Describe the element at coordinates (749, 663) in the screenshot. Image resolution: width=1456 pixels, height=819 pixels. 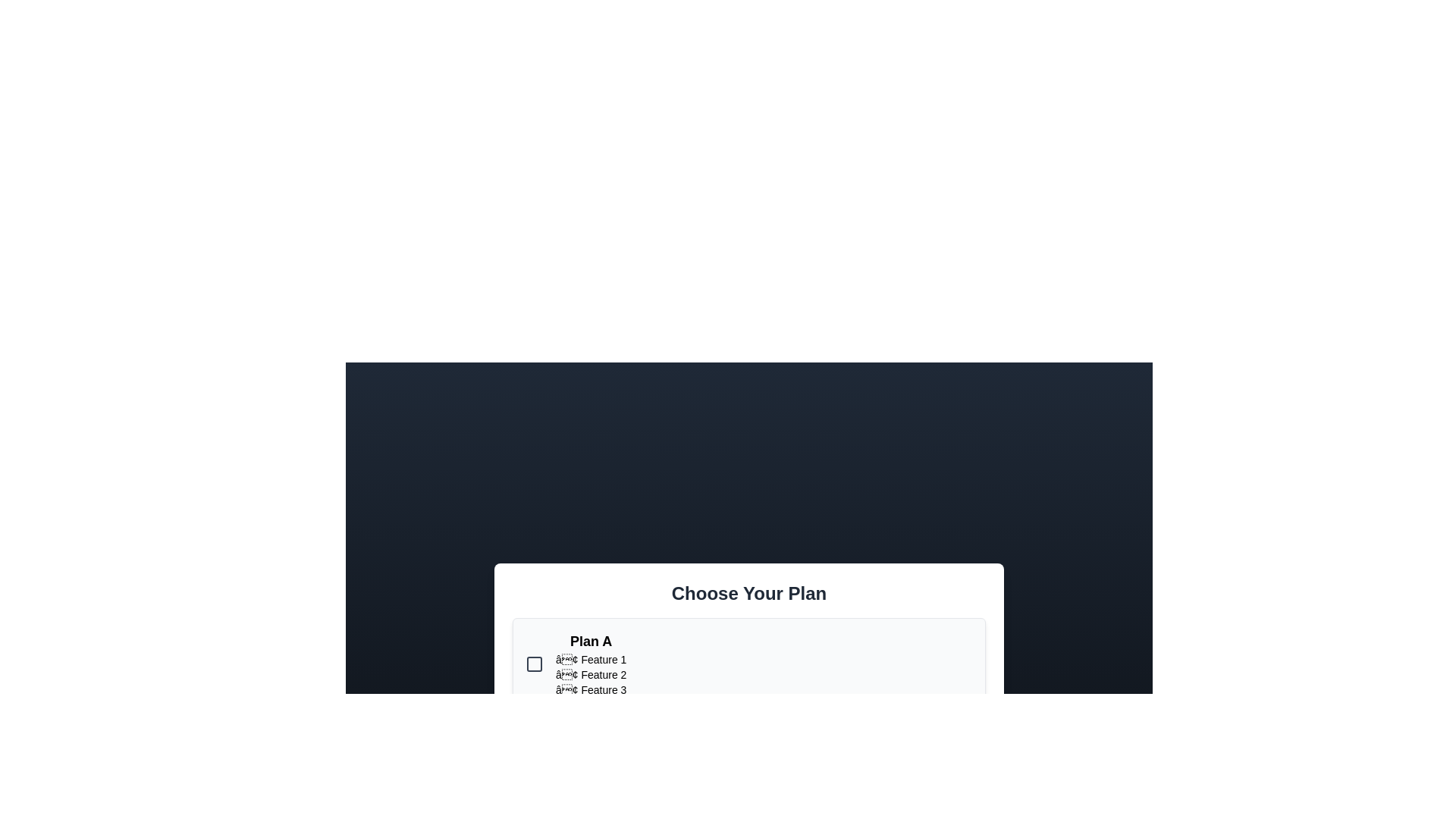
I see `the plan Plan A by clicking on its card` at that location.